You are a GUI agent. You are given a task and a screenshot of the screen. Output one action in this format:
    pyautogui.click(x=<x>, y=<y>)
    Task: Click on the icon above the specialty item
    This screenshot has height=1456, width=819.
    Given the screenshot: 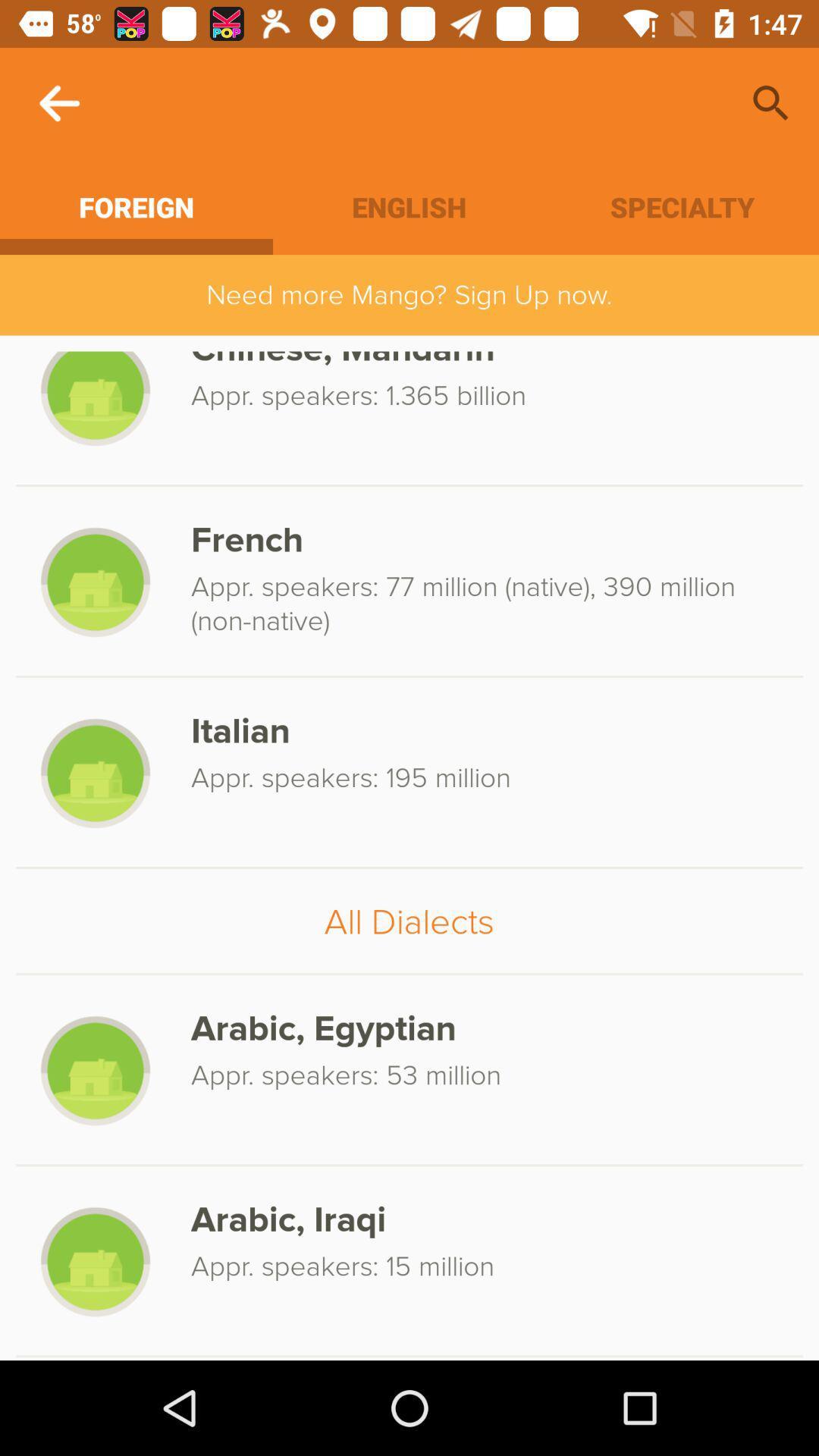 What is the action you would take?
    pyautogui.click(x=771, y=102)
    